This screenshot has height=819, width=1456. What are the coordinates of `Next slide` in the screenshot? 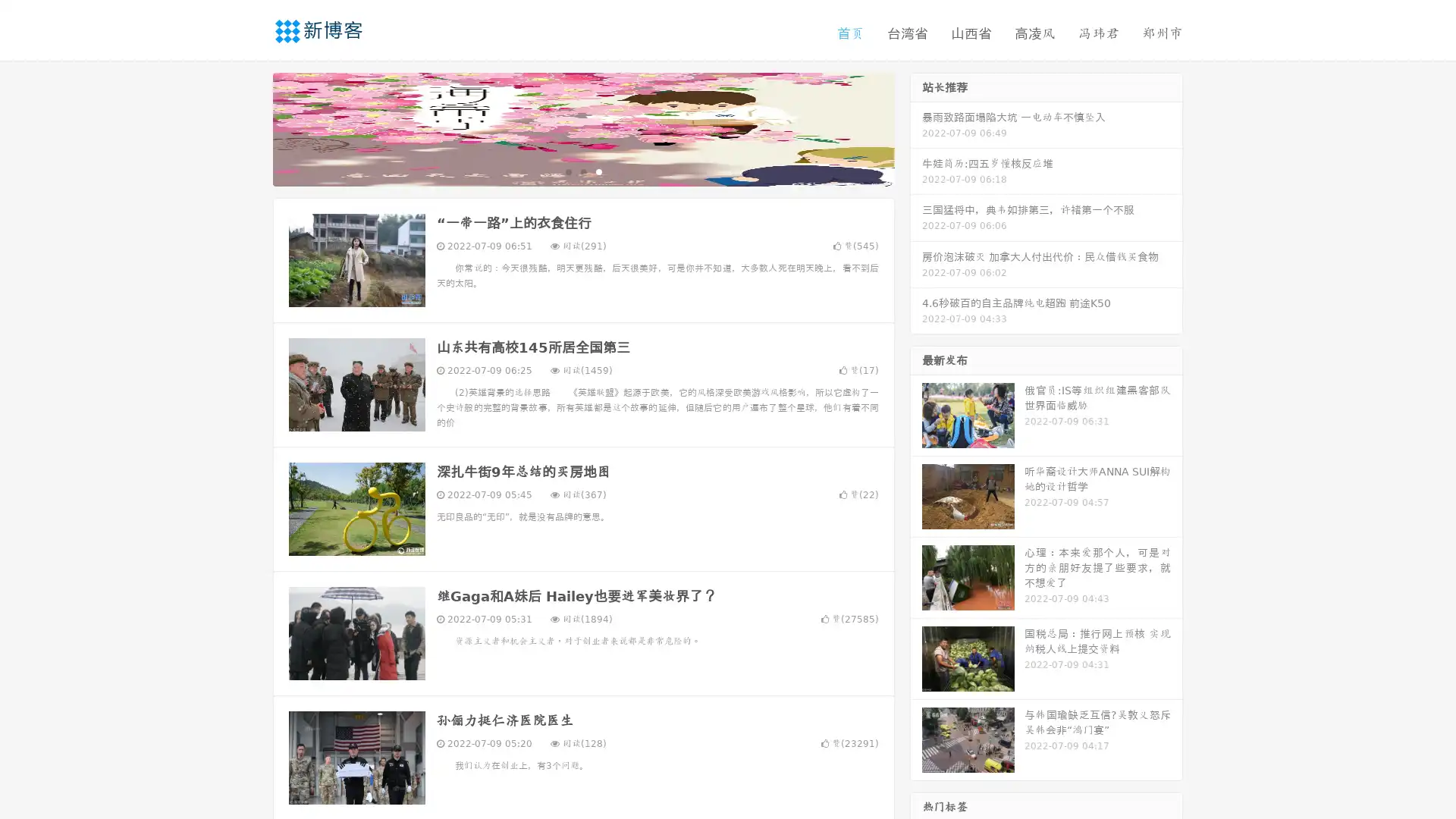 It's located at (916, 127).